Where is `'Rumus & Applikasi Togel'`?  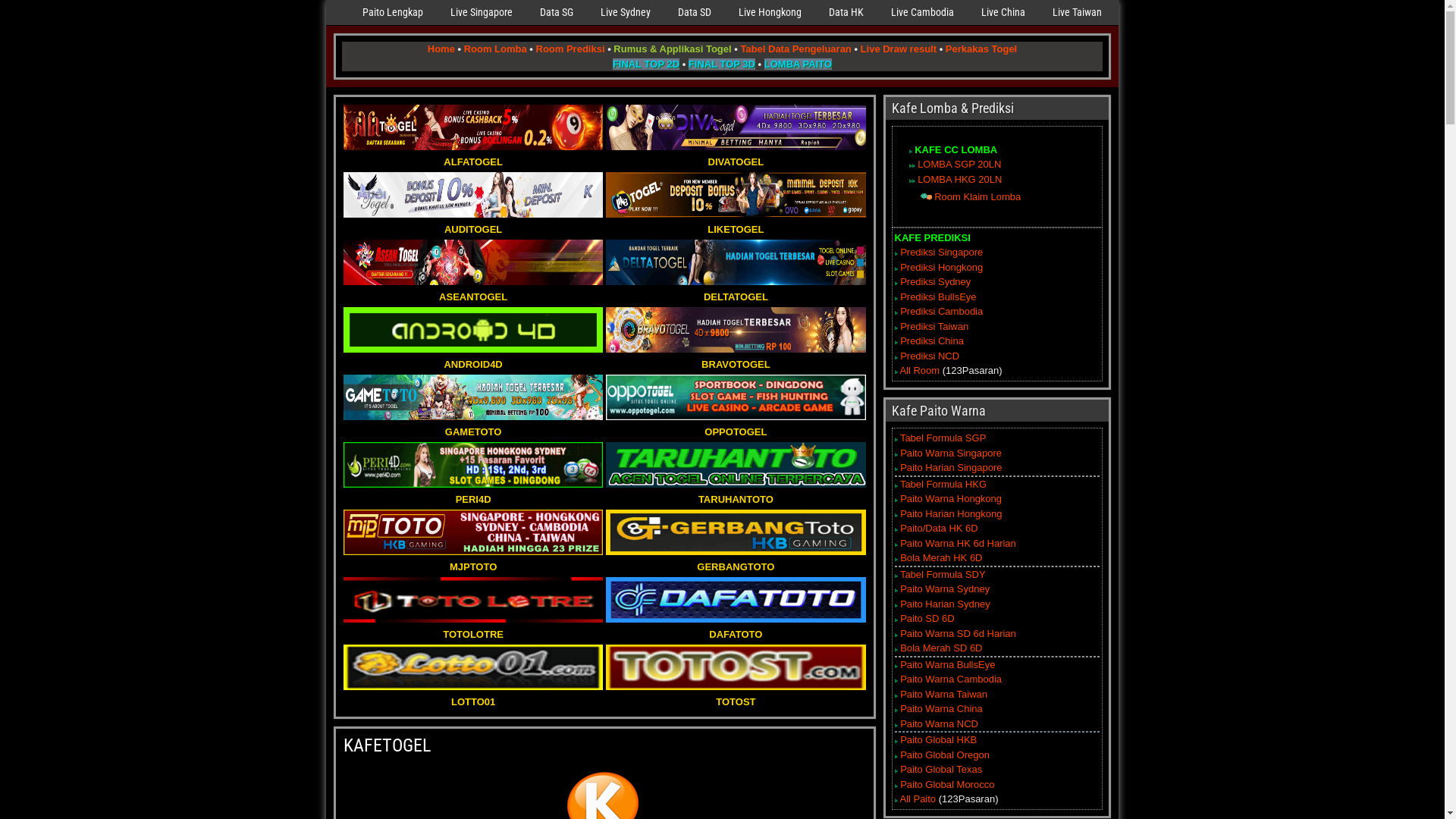 'Rumus & Applikasi Togel' is located at coordinates (671, 48).